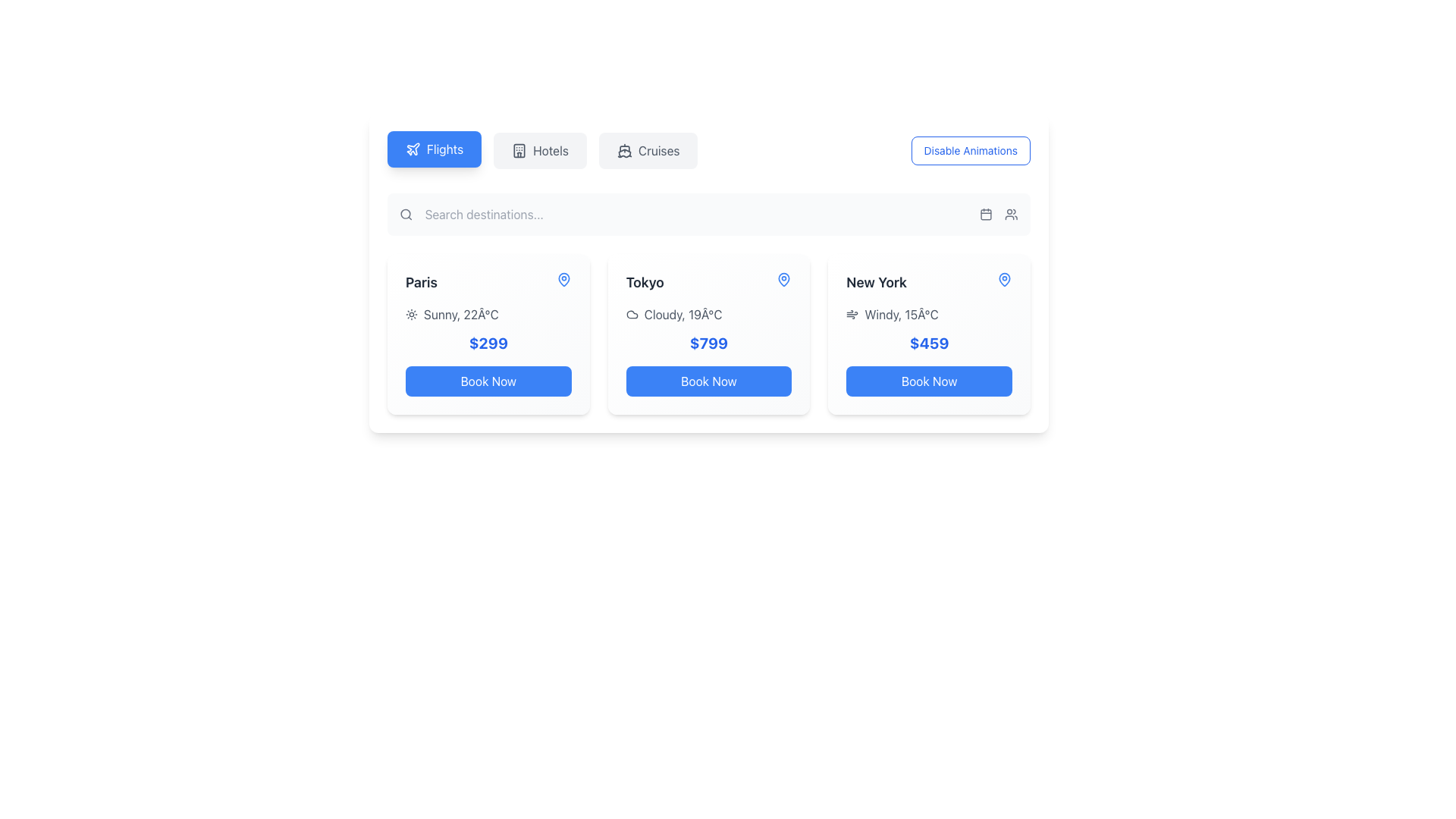 Image resolution: width=1456 pixels, height=819 pixels. Describe the element at coordinates (488, 343) in the screenshot. I see `the price text displaying '$299' which is located below the weather information in the 'Paris' information card` at that location.